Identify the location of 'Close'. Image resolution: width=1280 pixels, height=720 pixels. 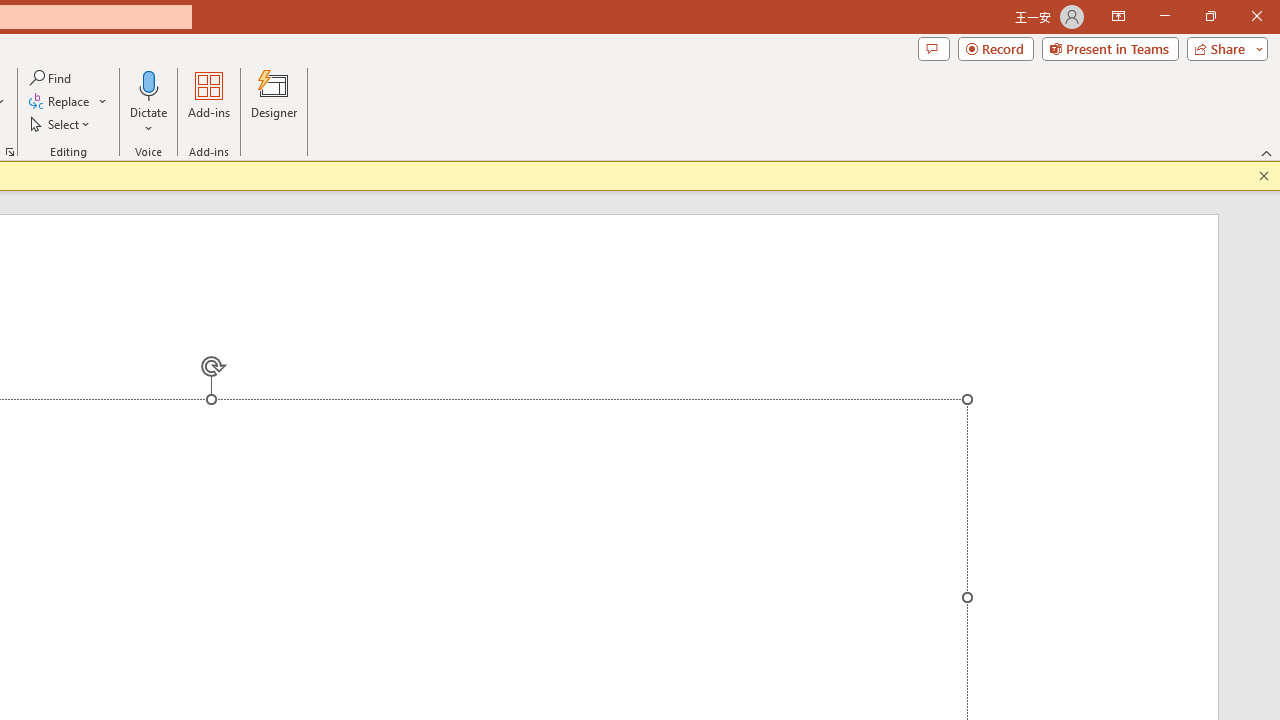
(1255, 16).